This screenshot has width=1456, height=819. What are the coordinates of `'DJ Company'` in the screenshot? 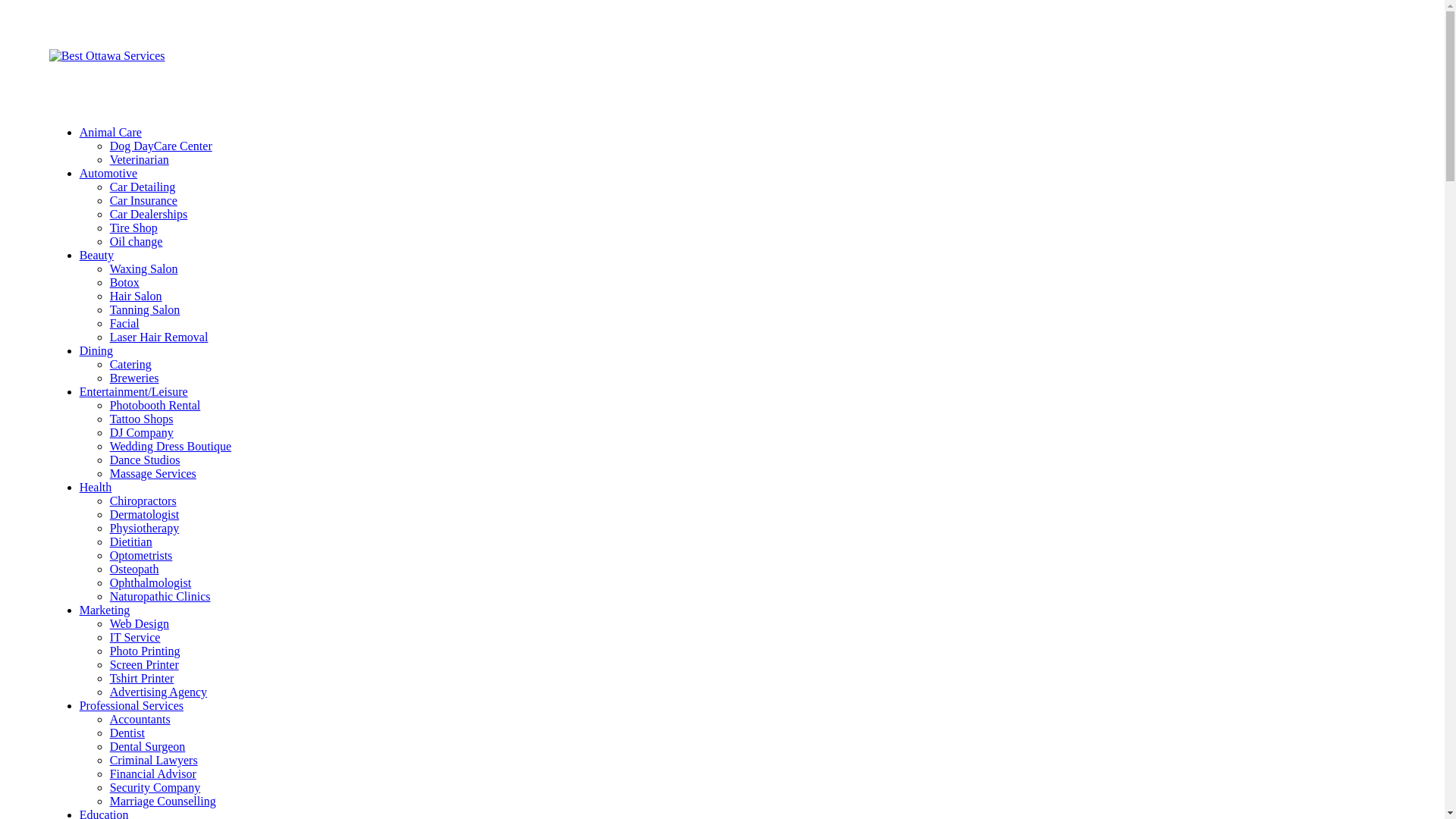 It's located at (142, 432).